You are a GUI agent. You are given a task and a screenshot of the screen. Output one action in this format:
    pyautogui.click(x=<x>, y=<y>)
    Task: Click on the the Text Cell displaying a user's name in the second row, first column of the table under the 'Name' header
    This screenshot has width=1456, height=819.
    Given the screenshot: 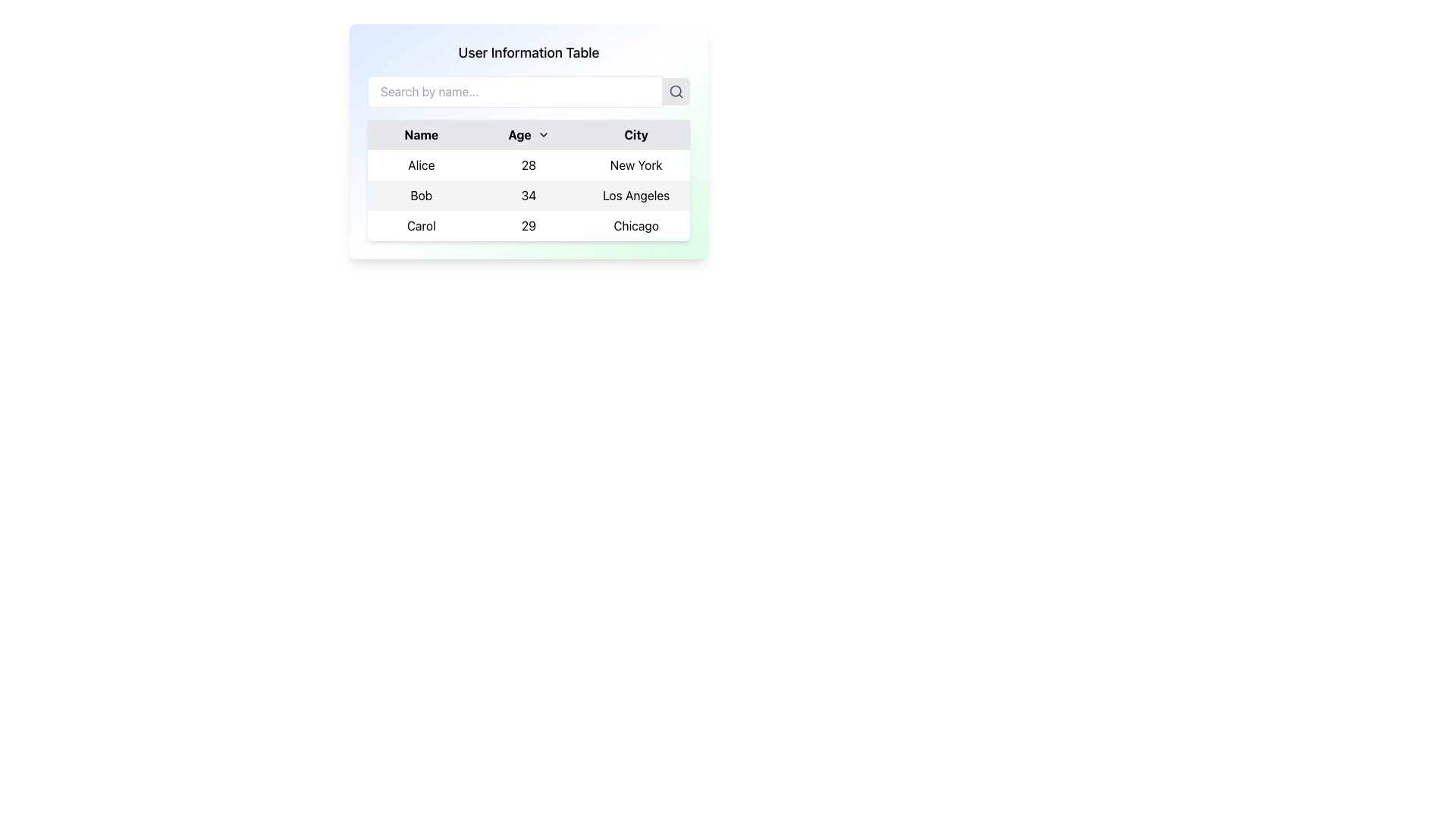 What is the action you would take?
    pyautogui.click(x=421, y=195)
    